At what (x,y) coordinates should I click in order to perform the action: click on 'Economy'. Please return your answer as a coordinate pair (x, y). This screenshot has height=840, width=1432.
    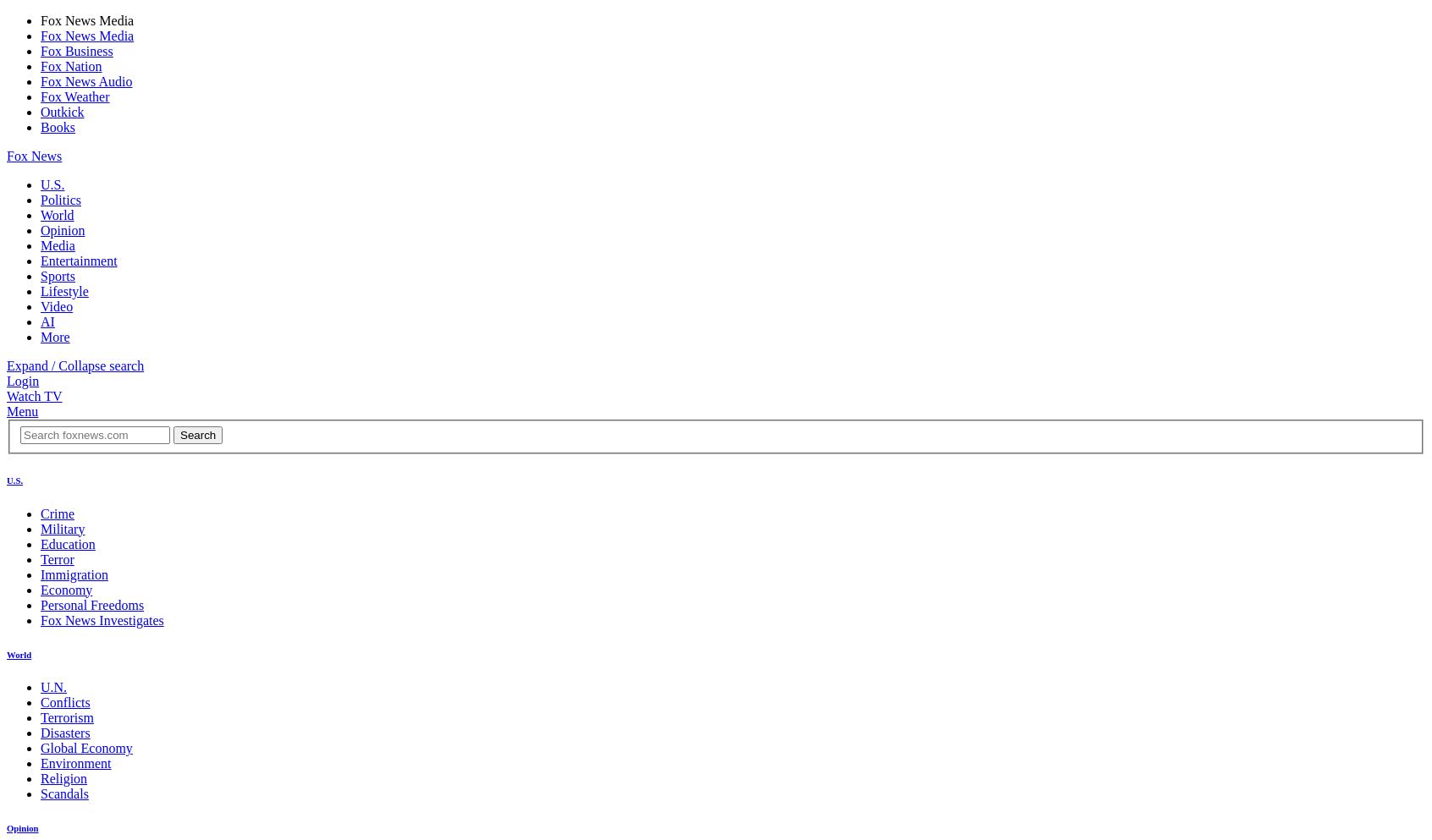
    Looking at the image, I should click on (66, 588).